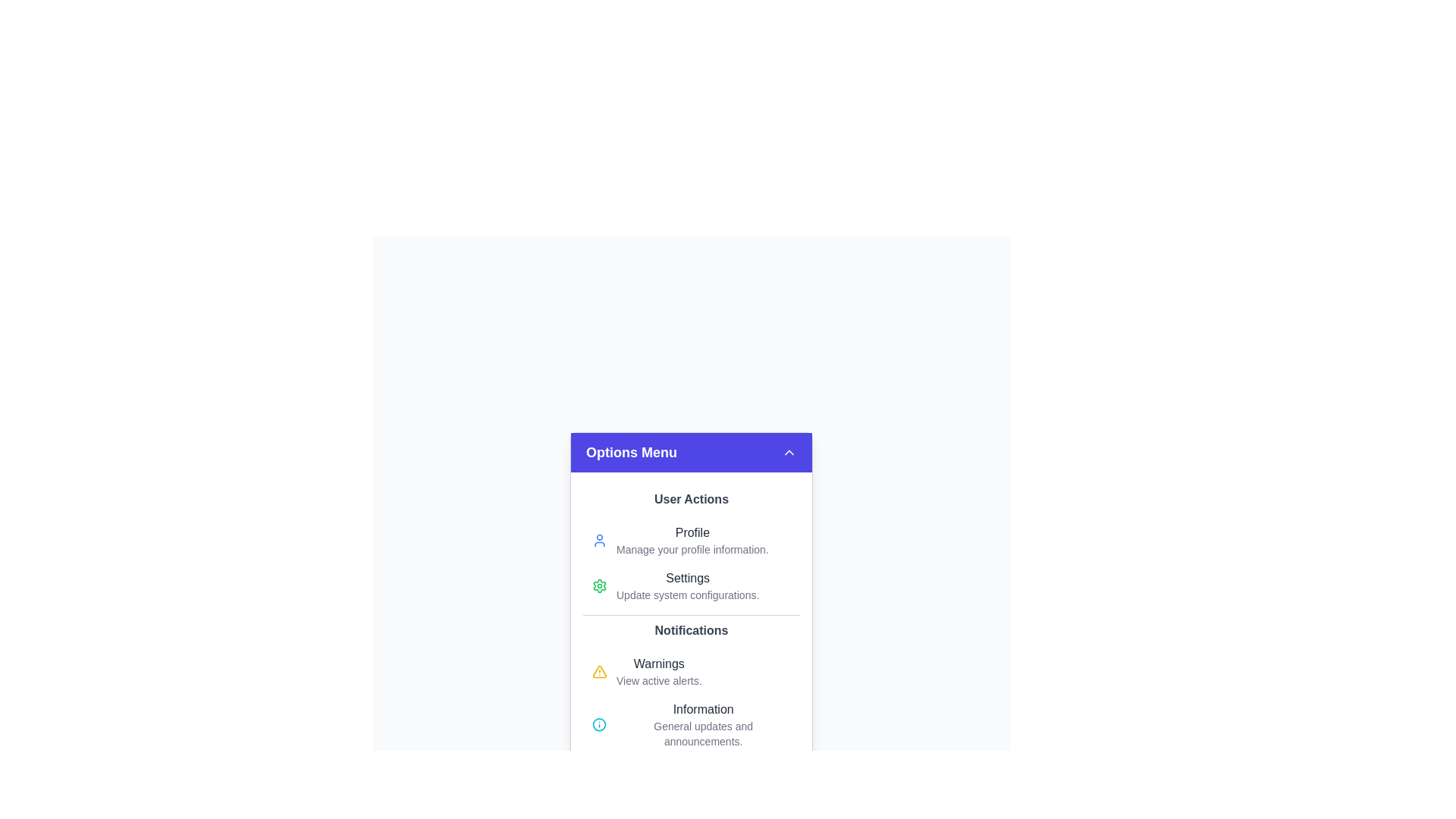  What do you see at coordinates (692, 540) in the screenshot?
I see `the 'Profile' navigation menu item, which features a bold title and a smaller description, located under the 'User Actions' section` at bounding box center [692, 540].